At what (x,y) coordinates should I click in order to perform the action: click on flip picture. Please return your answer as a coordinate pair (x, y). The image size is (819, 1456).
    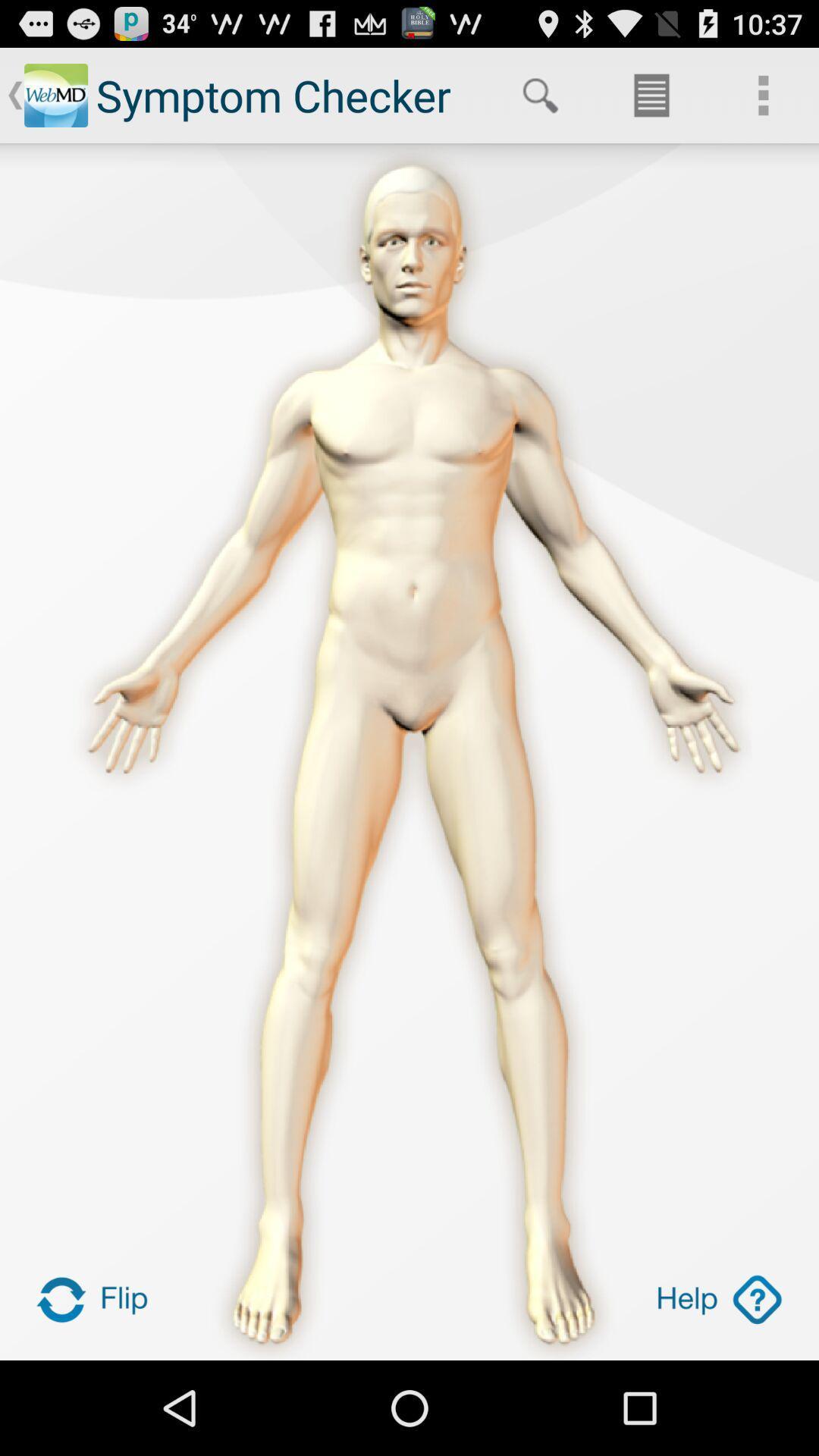
    Looking at the image, I should click on (99, 1298).